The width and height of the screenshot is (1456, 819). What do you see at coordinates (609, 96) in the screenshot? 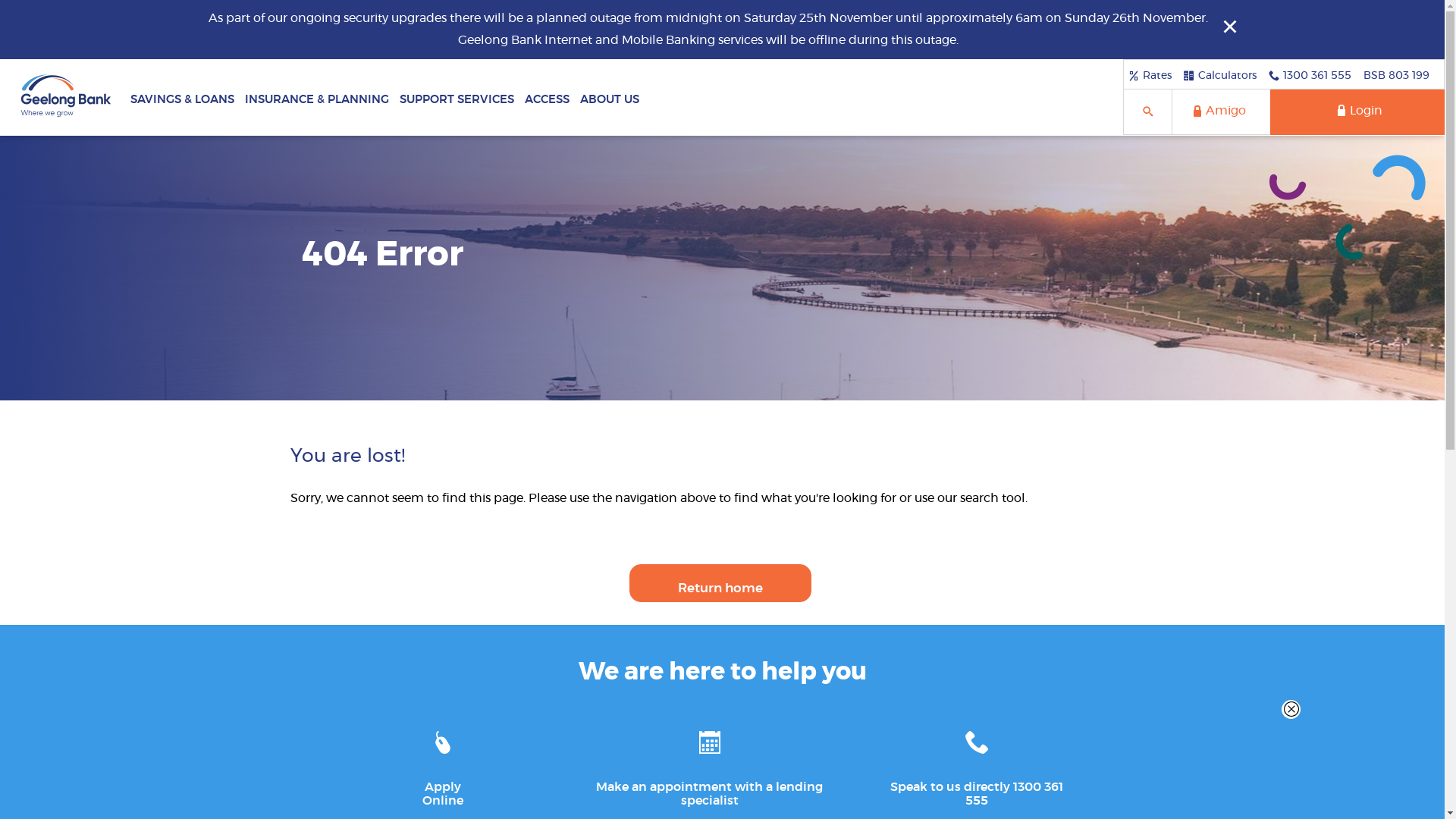
I see `'ABOUT US'` at bounding box center [609, 96].